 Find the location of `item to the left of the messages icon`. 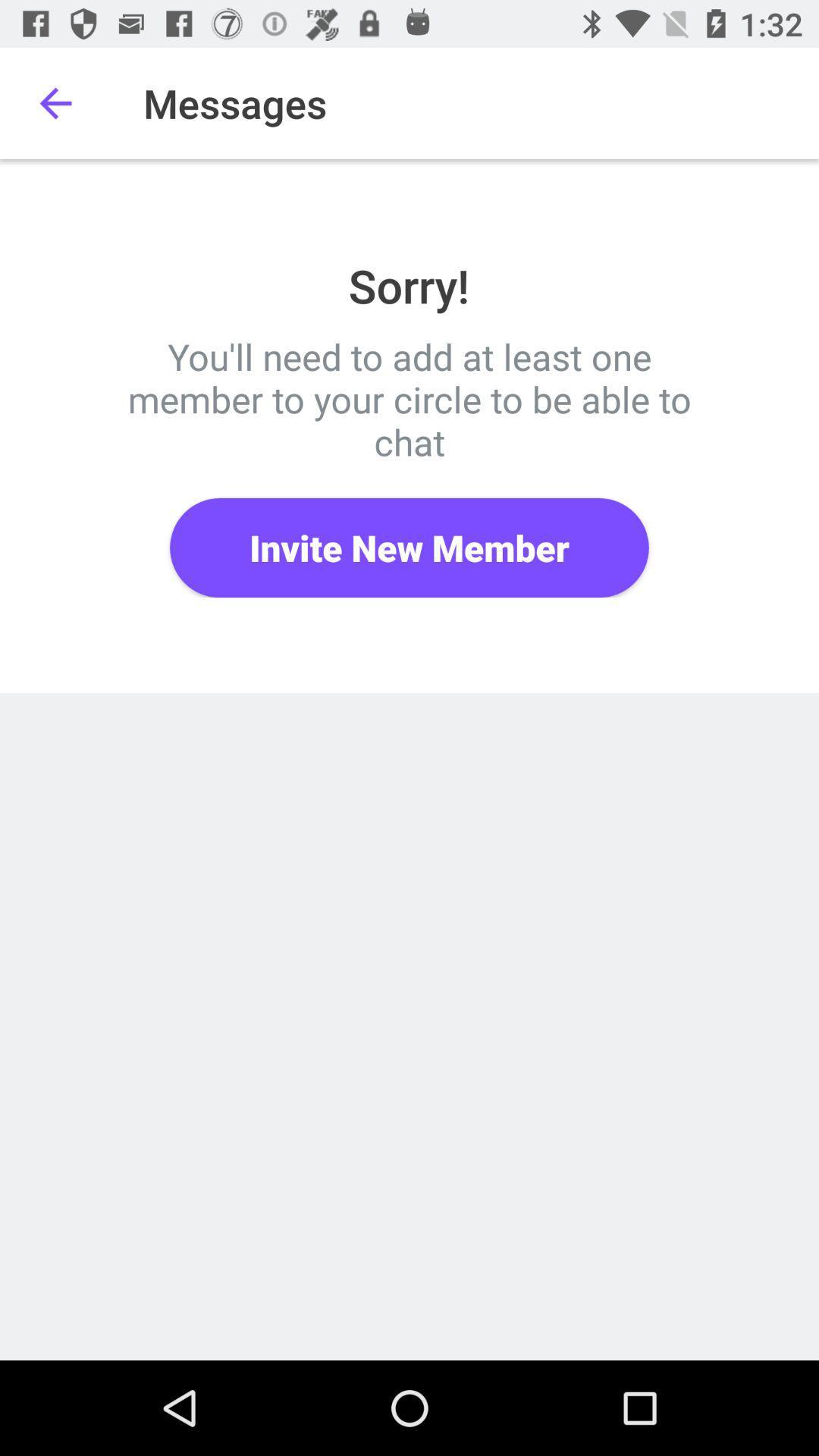

item to the left of the messages icon is located at coordinates (55, 102).